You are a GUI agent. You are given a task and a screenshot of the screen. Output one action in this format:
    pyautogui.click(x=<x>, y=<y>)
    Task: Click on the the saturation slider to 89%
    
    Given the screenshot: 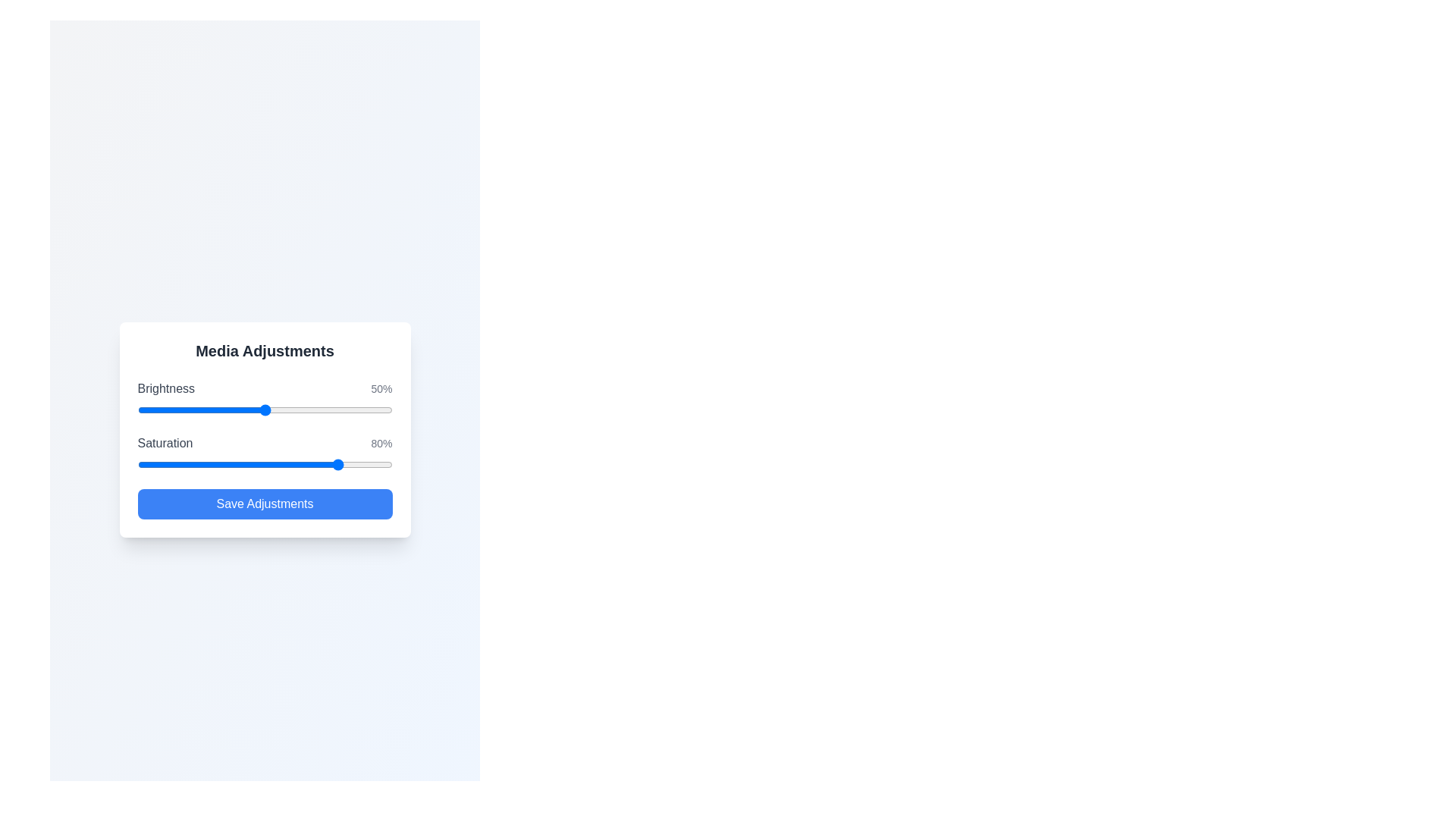 What is the action you would take?
    pyautogui.click(x=364, y=464)
    